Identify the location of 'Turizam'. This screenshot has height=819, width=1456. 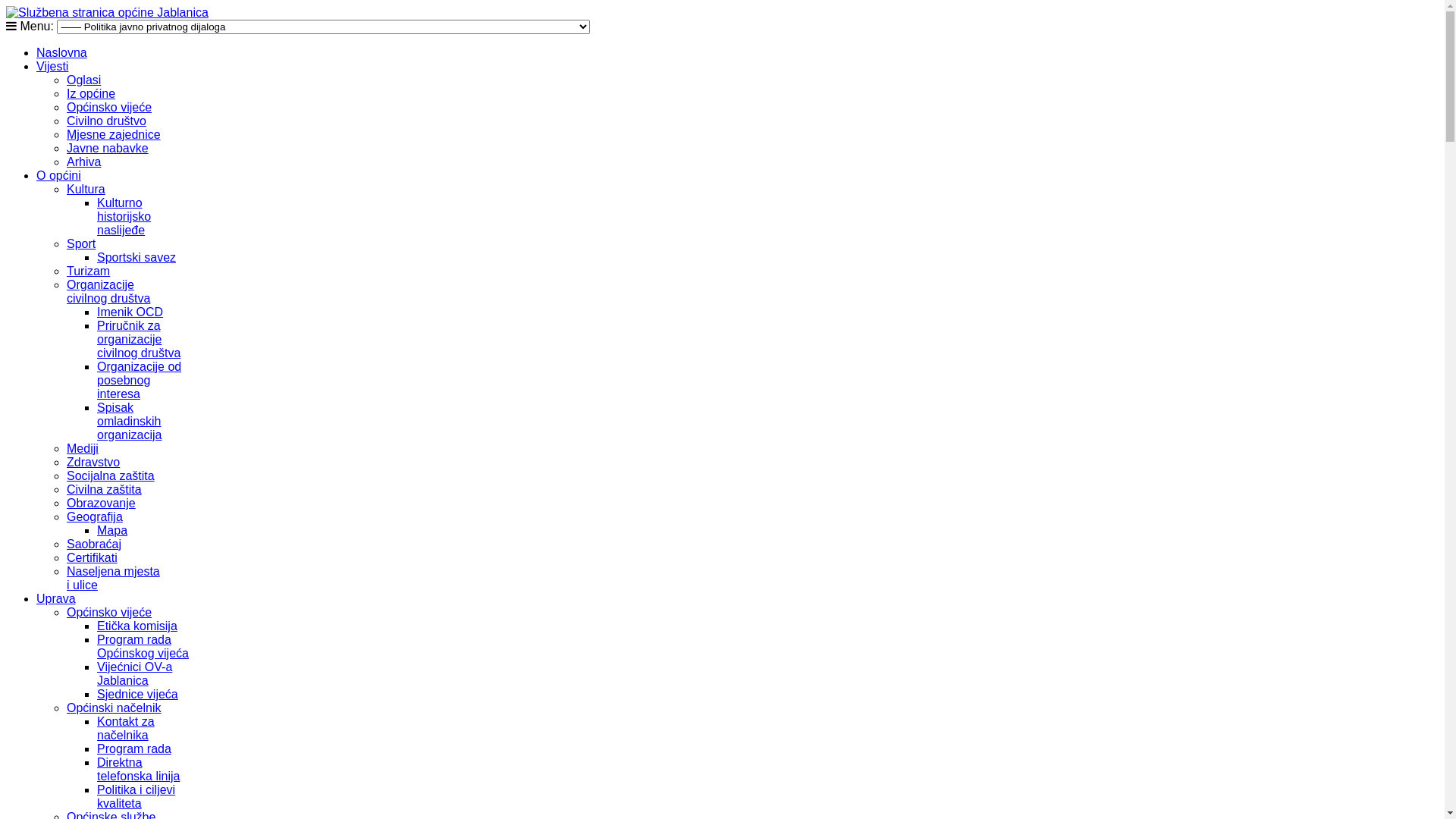
(65, 270).